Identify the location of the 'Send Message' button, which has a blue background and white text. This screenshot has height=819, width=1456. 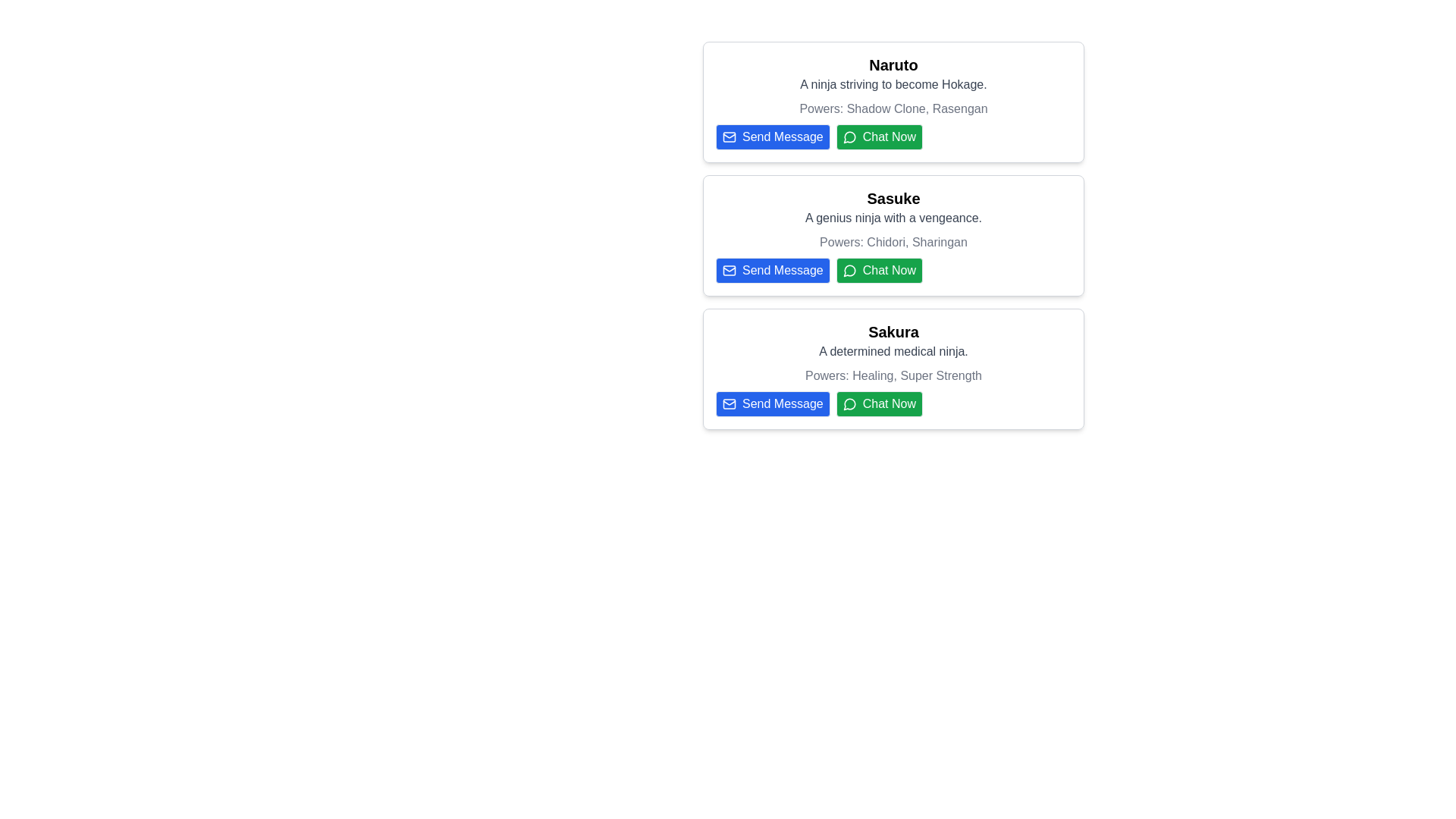
(773, 403).